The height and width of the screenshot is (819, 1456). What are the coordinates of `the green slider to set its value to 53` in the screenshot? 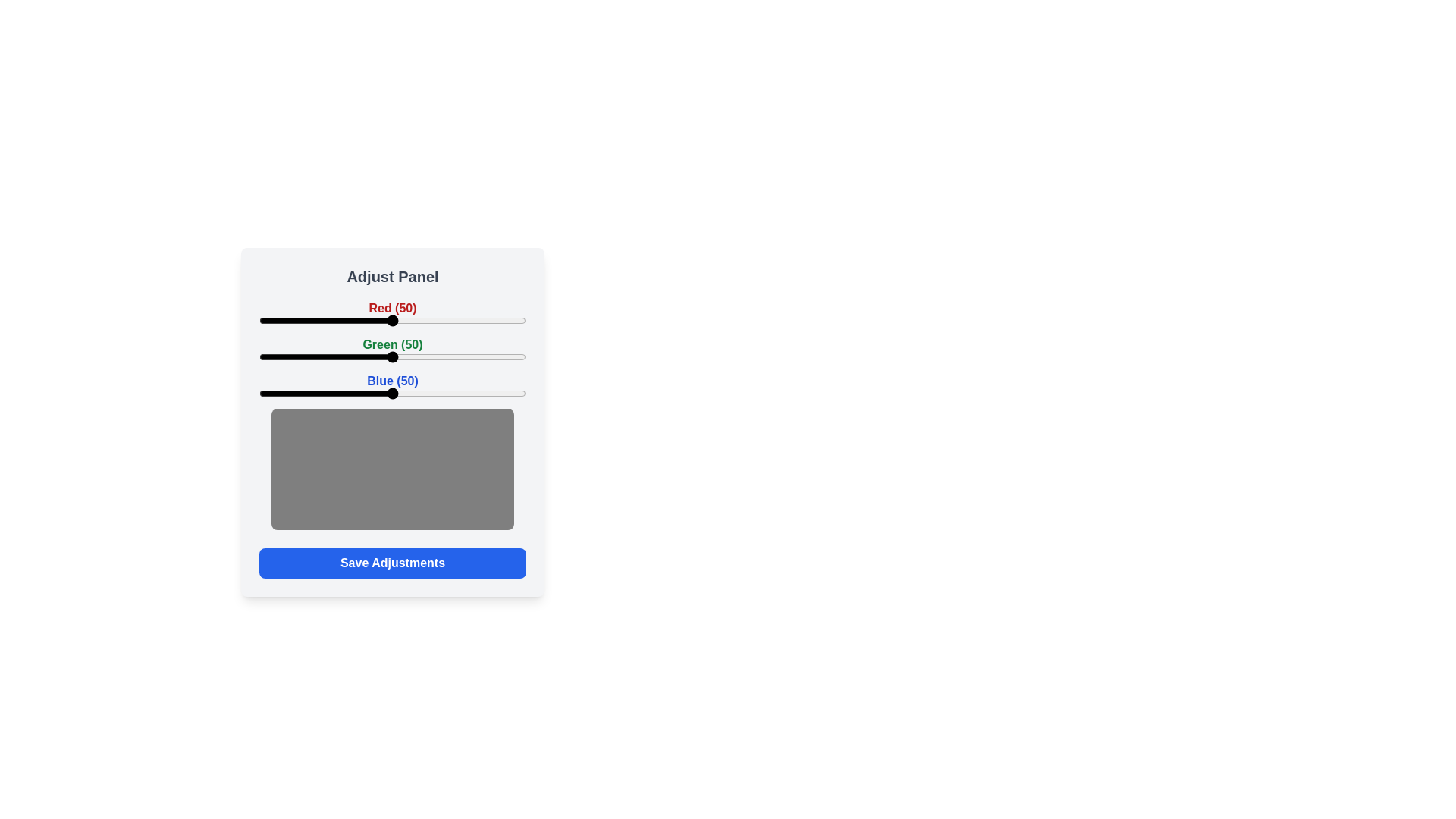 It's located at (400, 356).